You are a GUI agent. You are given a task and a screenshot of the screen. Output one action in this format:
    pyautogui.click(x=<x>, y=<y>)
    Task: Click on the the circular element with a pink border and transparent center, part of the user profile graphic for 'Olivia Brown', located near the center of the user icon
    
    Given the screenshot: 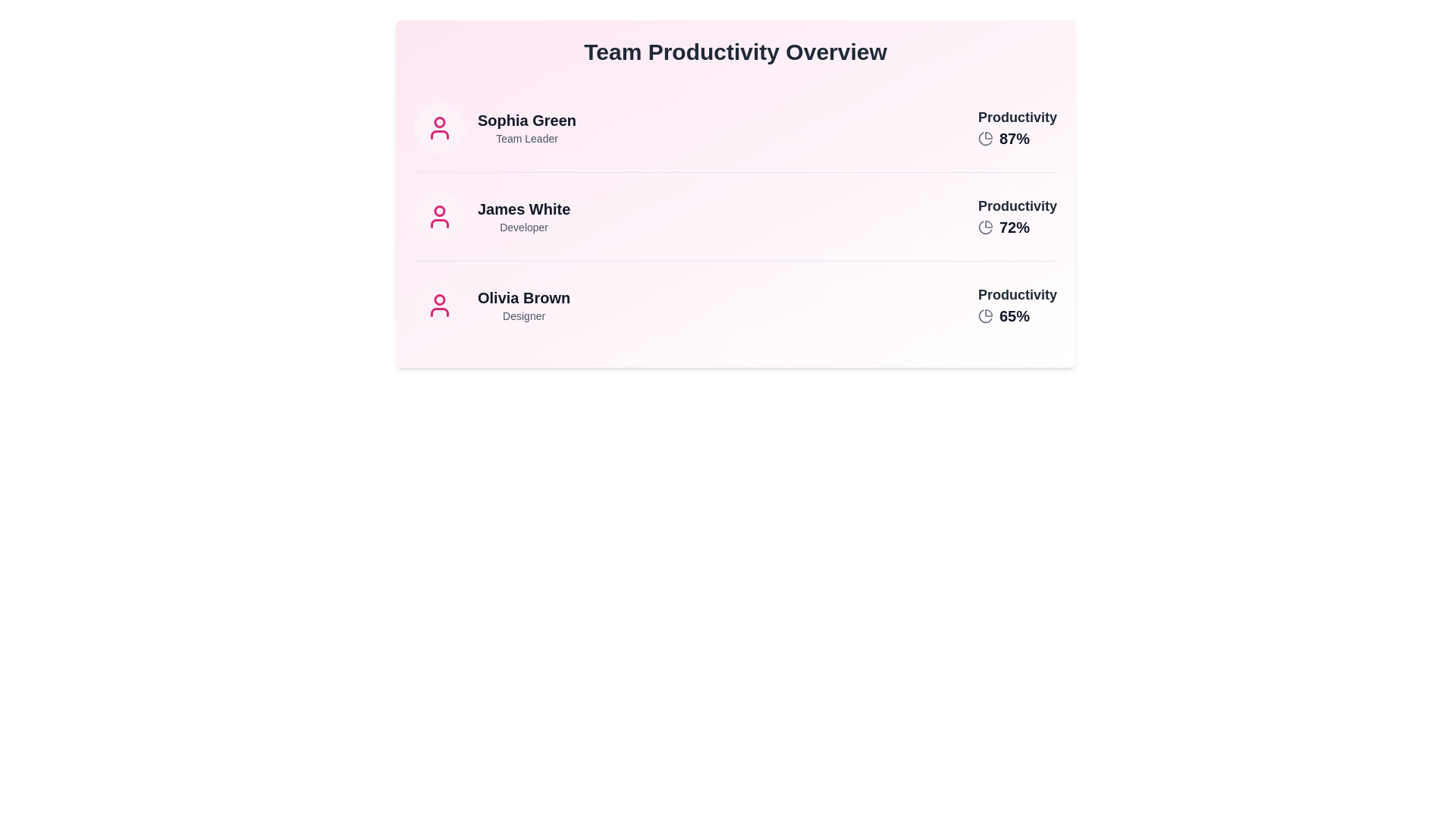 What is the action you would take?
    pyautogui.click(x=439, y=300)
    